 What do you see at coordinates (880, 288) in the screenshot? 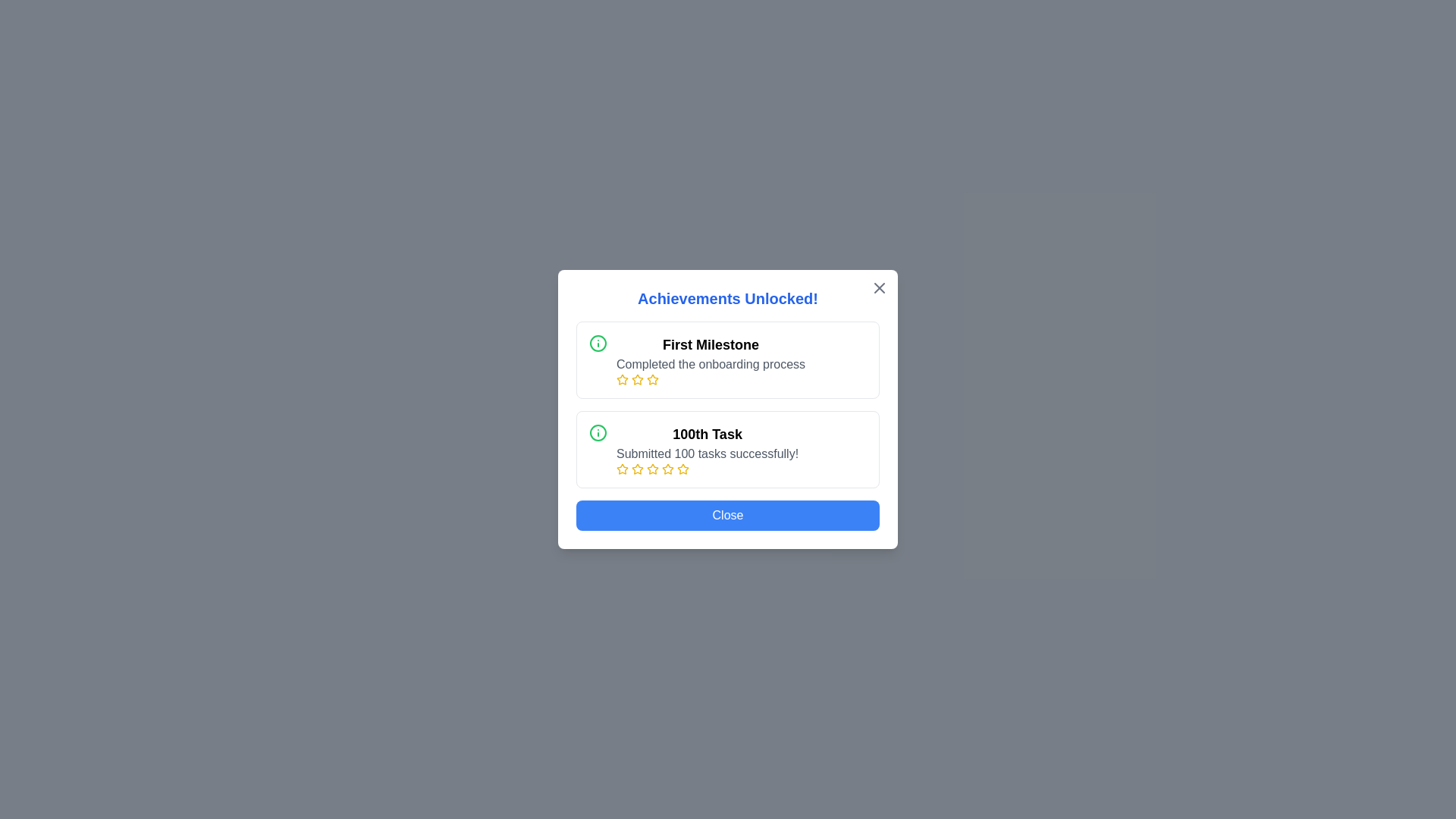
I see `the Close button located at the top-right corner of the dialog box` at bounding box center [880, 288].